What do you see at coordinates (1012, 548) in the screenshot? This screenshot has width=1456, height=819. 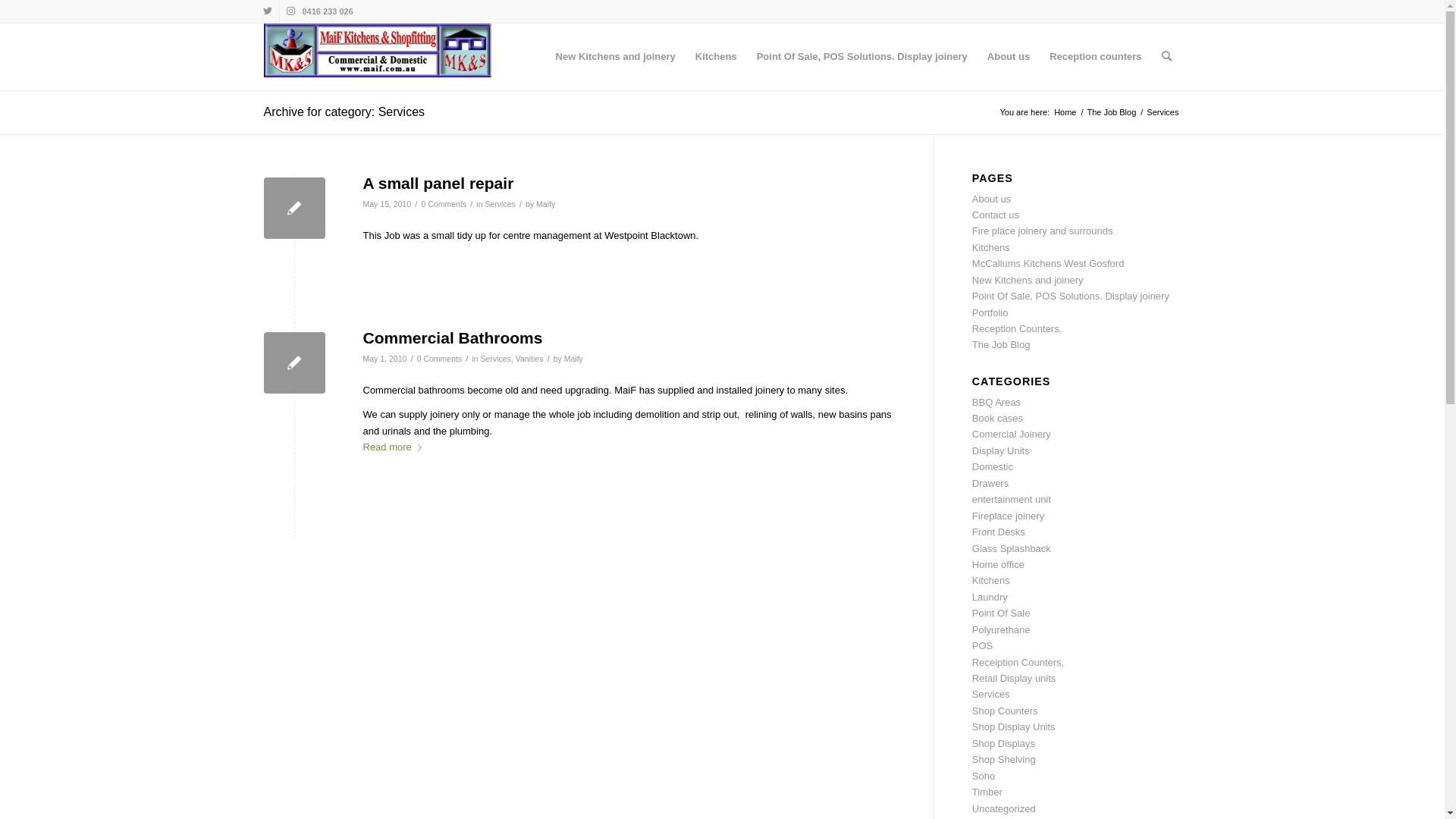 I see `'Glass Splashback'` at bounding box center [1012, 548].